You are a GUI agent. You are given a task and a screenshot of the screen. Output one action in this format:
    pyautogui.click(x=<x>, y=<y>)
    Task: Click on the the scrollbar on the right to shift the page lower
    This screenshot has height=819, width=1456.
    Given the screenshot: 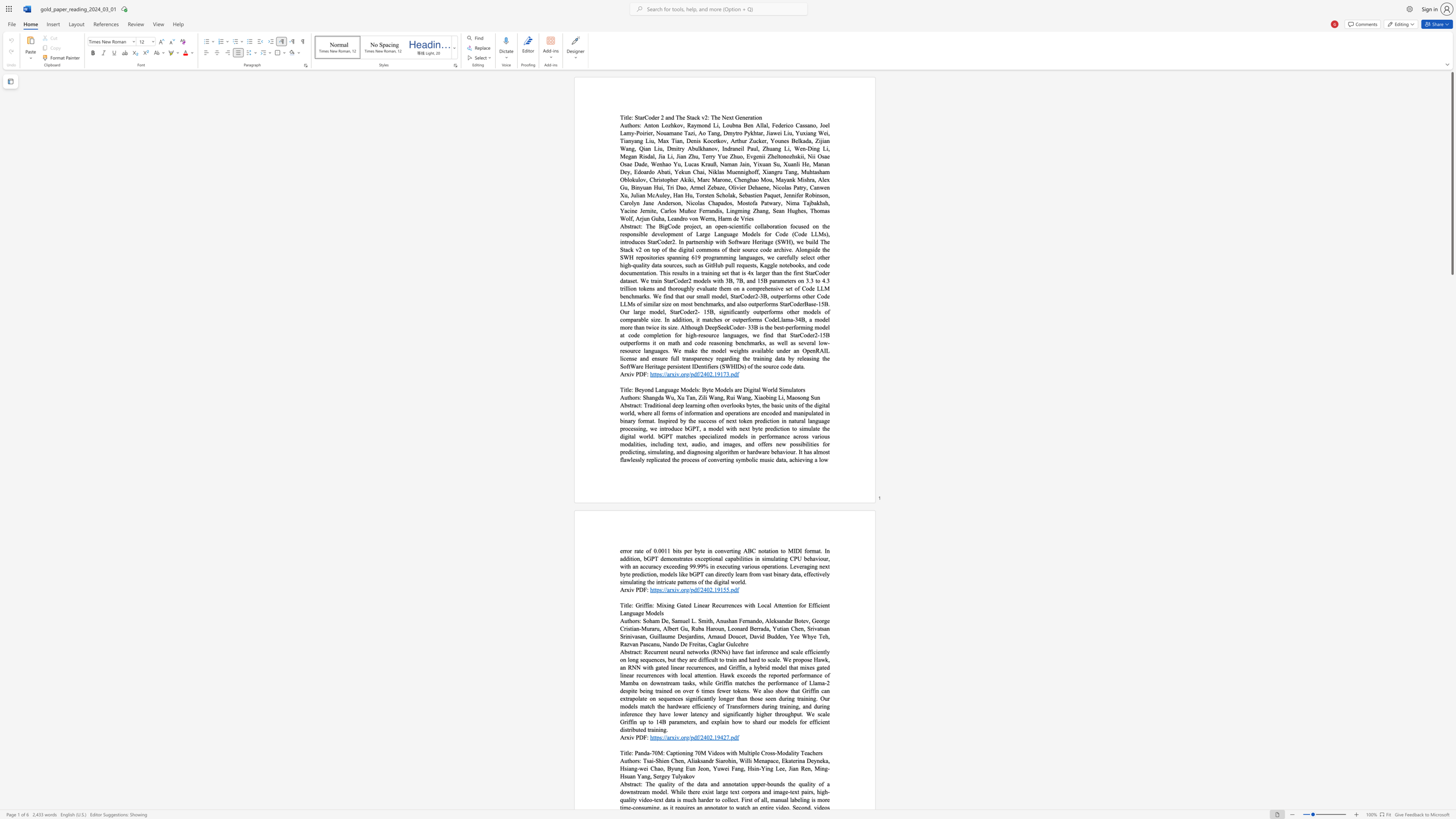 What is the action you would take?
    pyautogui.click(x=1451, y=561)
    